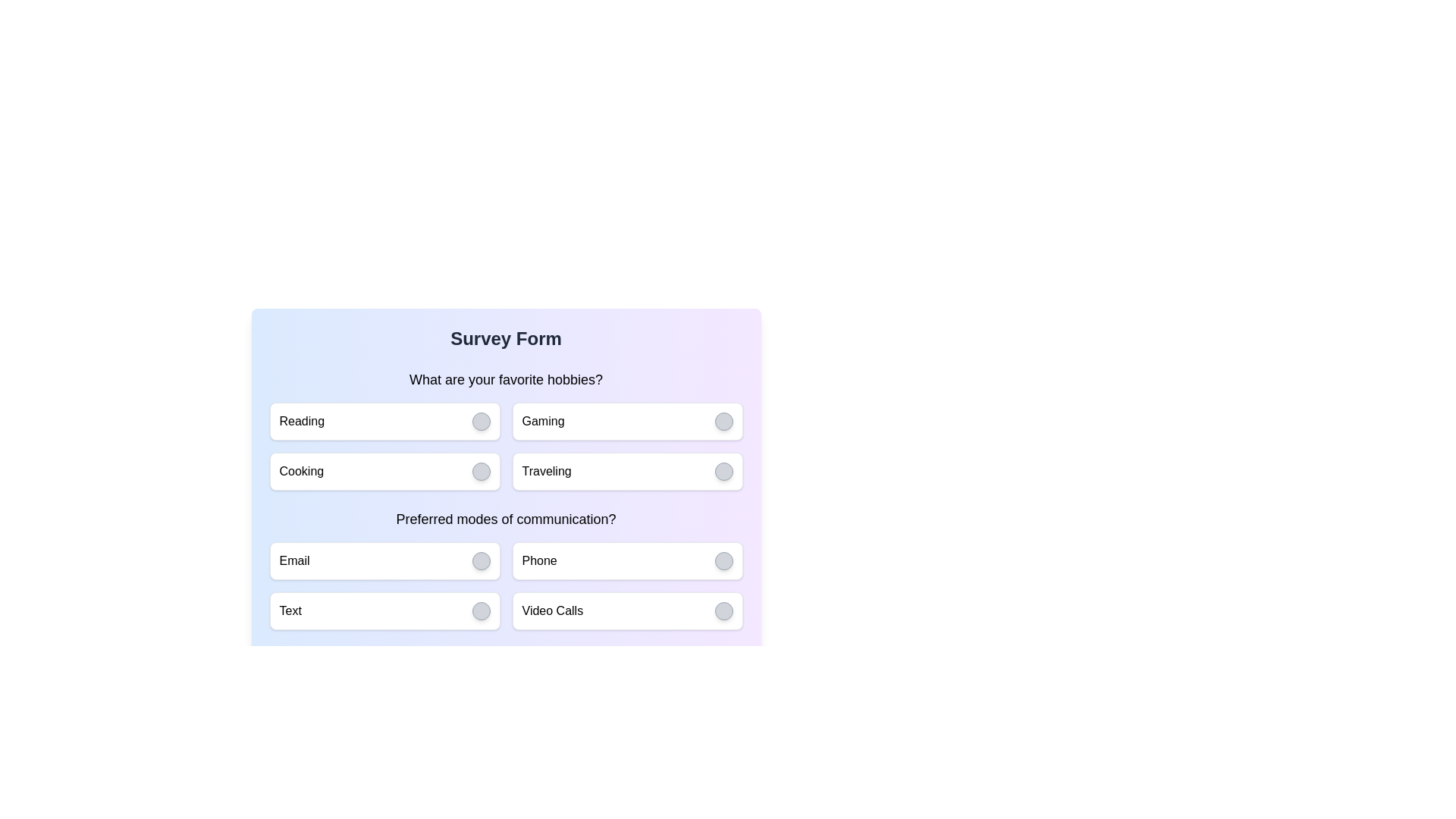 The height and width of the screenshot is (819, 1456). Describe the element at coordinates (539, 561) in the screenshot. I see `'Phone' label indicating the mode of communication, which is located to the right of the 'Preferred modes of communication?' section and left of a circular interactive button` at that location.